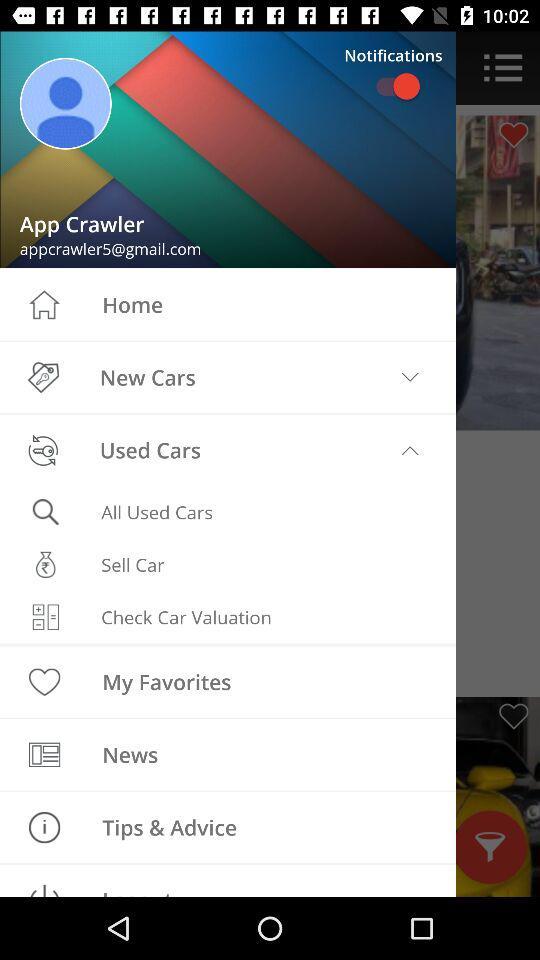 This screenshot has width=540, height=960. I want to click on the filter icon, so click(489, 846).